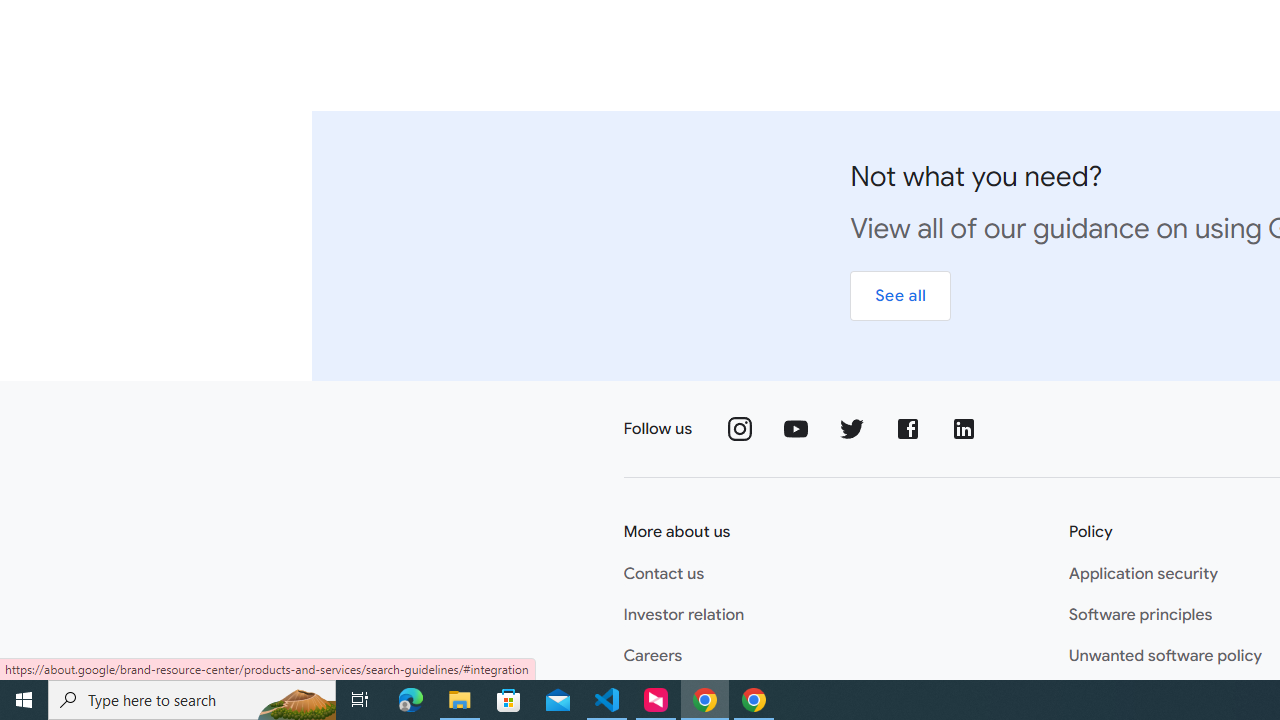 The image size is (1280, 720). I want to click on 'Follow us on YouTube', so click(795, 428).